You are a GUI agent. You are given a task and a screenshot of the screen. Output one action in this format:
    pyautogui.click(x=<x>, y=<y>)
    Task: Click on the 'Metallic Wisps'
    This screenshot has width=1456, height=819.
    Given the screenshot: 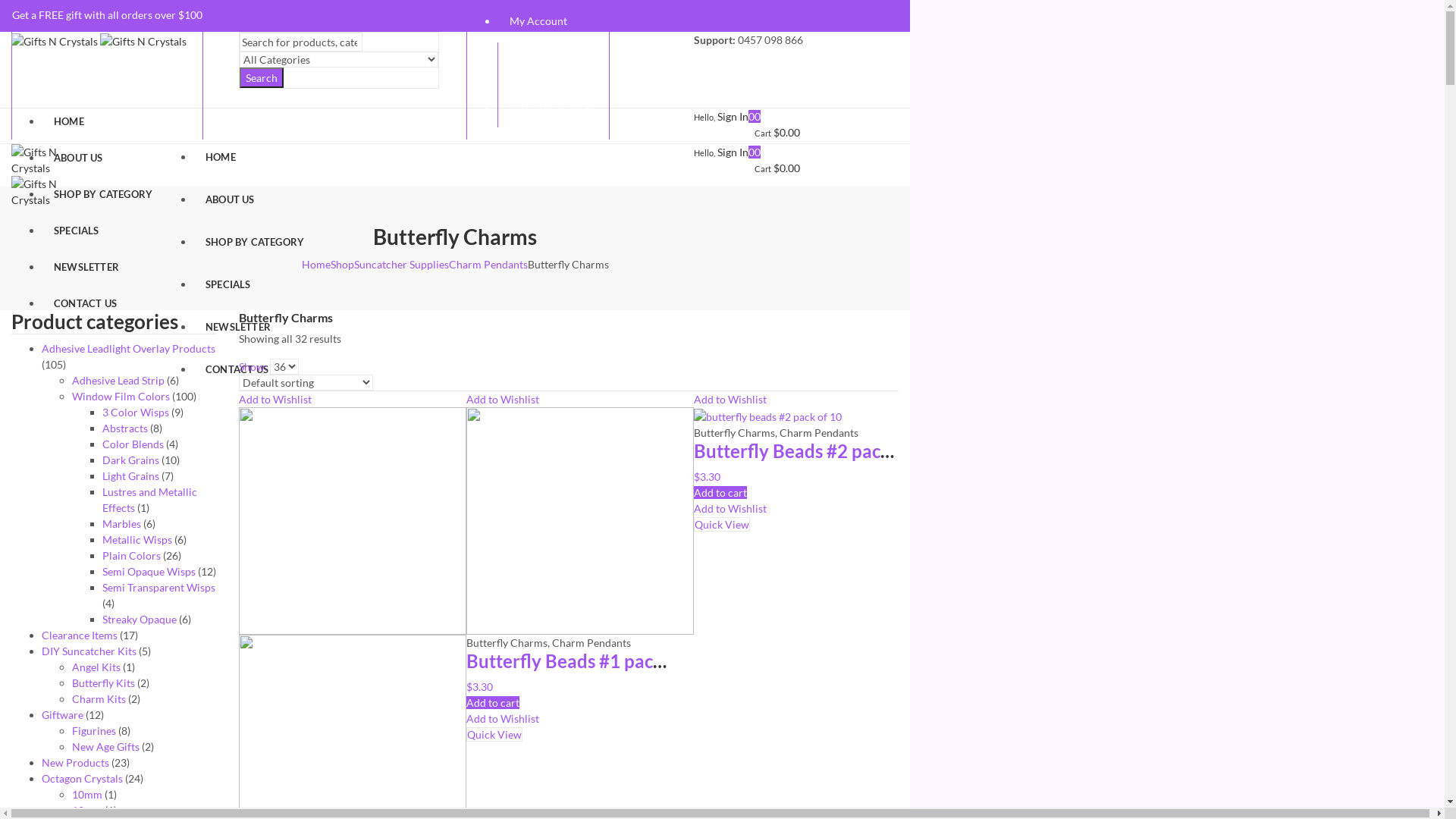 What is the action you would take?
    pyautogui.click(x=137, y=538)
    